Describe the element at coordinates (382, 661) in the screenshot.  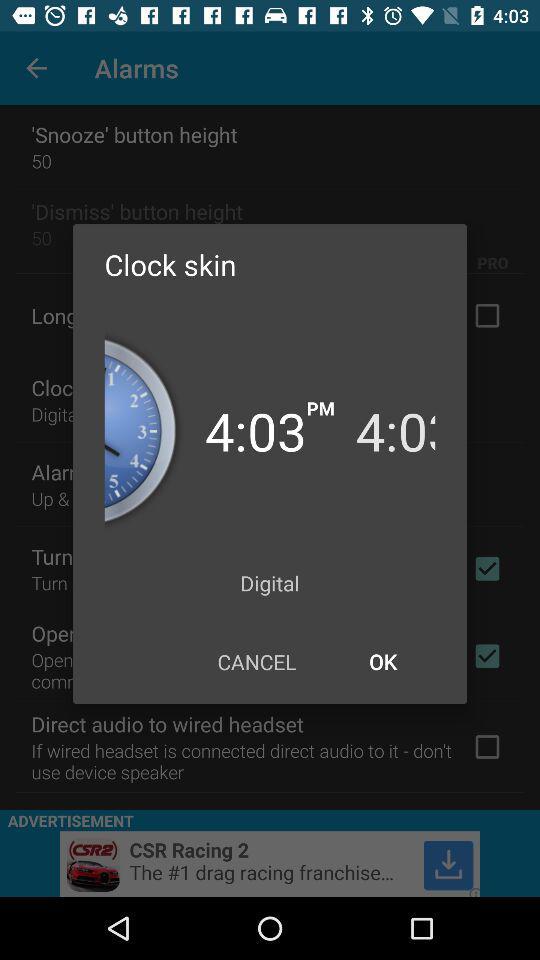
I see `item at the bottom right corner` at that location.